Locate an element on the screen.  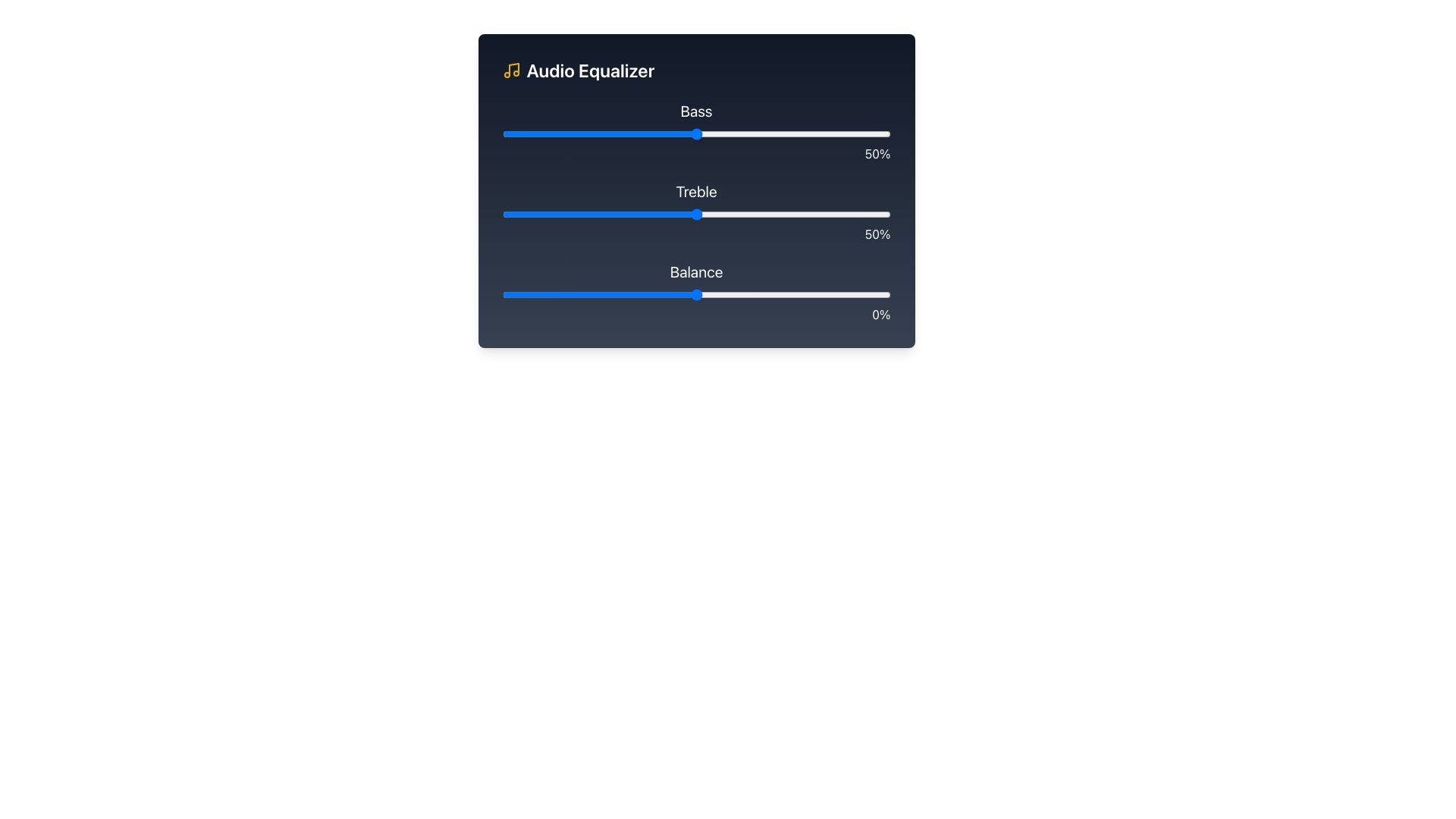
balance is located at coordinates (587, 295).